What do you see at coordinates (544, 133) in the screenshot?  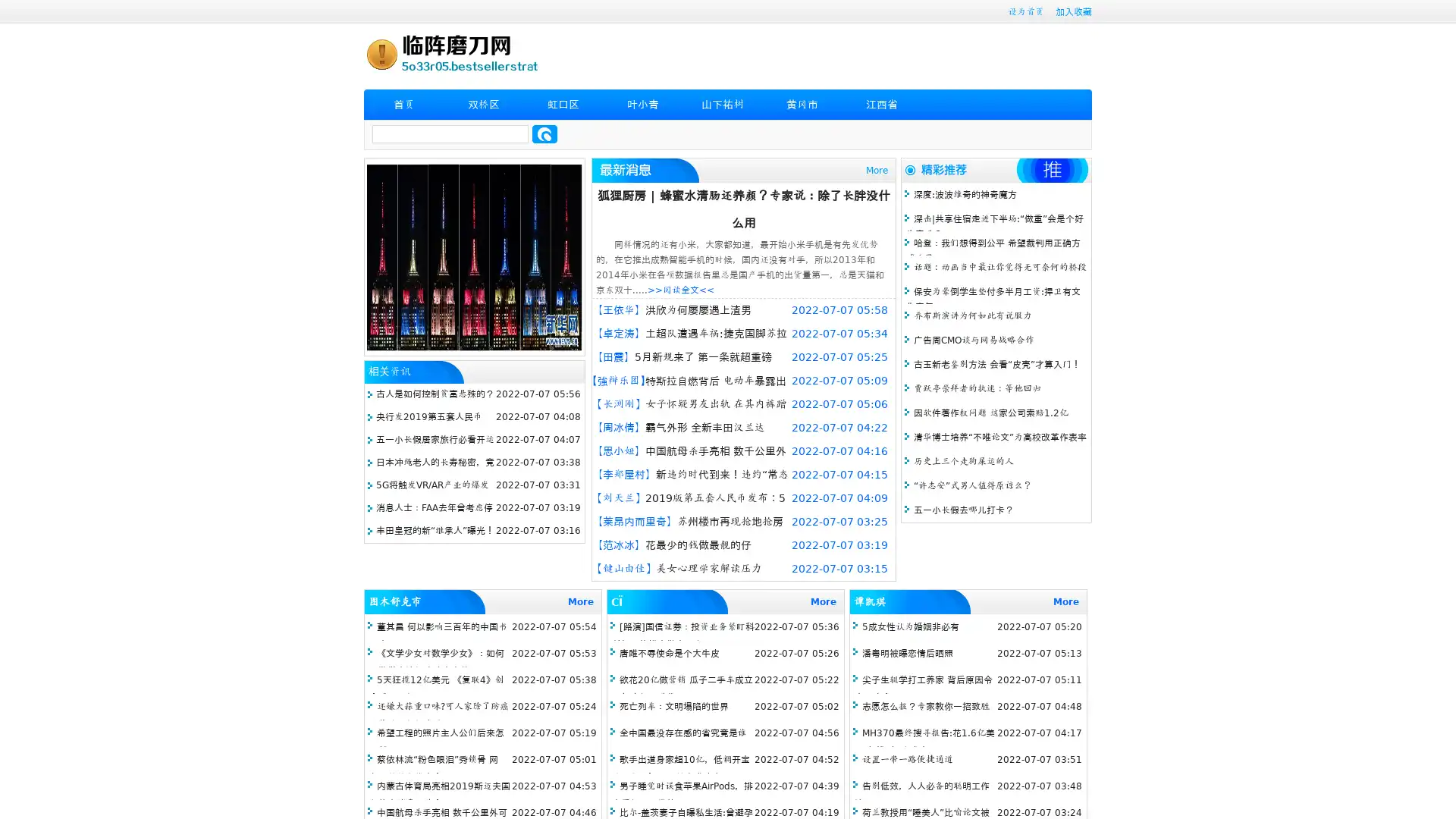 I see `Search` at bounding box center [544, 133].